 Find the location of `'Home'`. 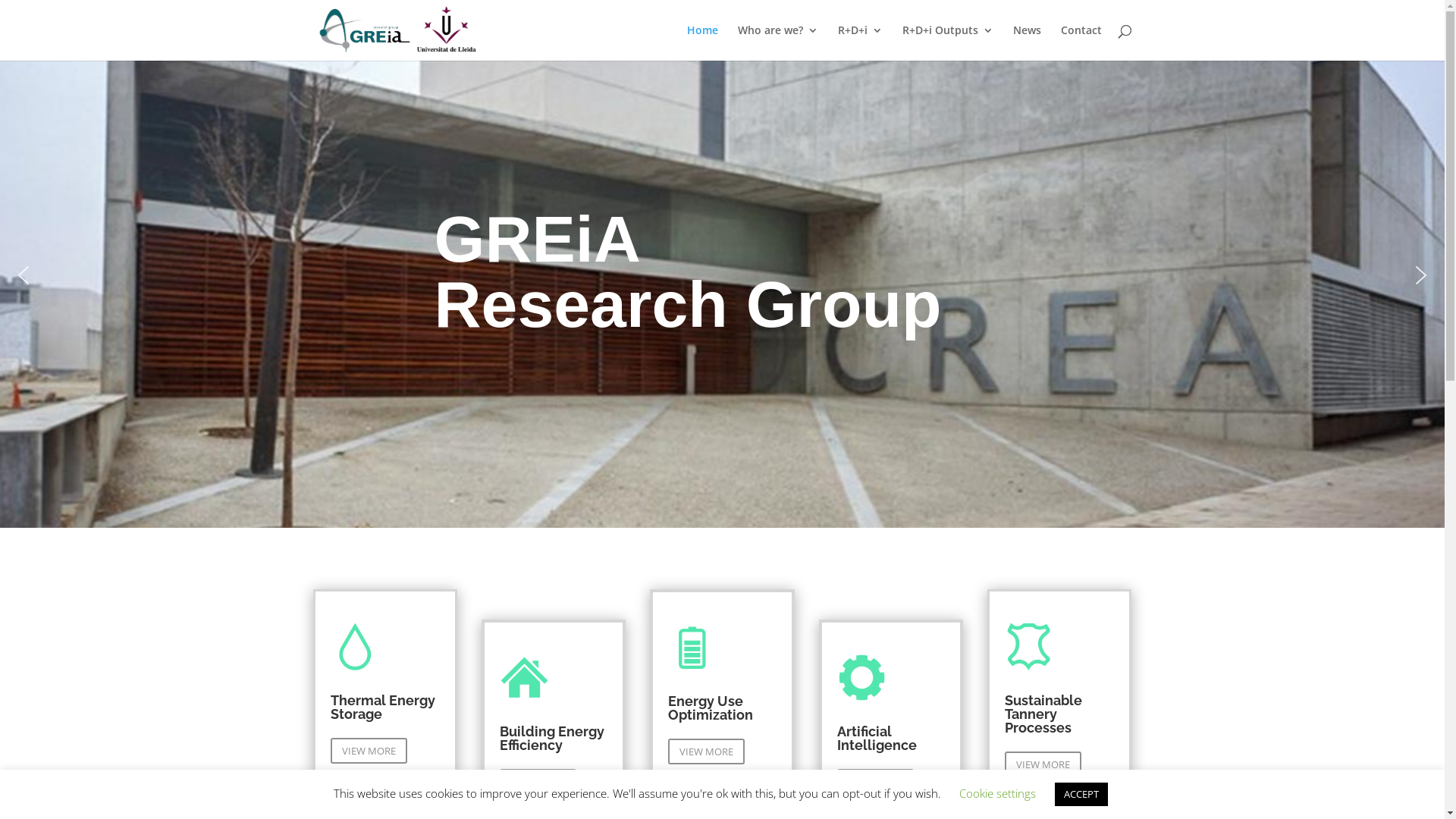

'Home' is located at coordinates (701, 42).